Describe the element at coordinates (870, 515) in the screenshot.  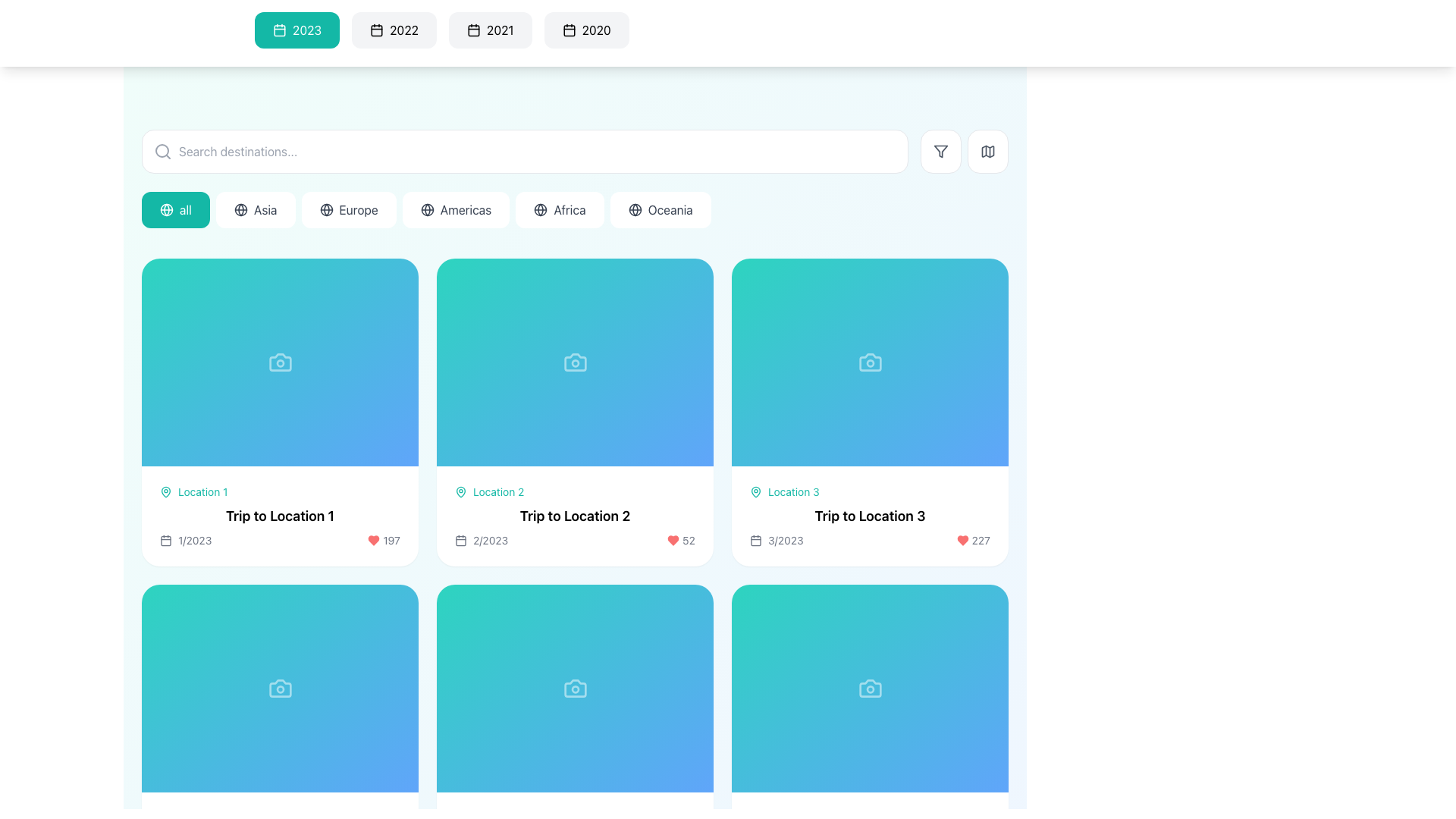
I see `the trip summary card located in the third column of the top row, which provides an overview of the trip's title, location, date, and popularity metrics` at that location.